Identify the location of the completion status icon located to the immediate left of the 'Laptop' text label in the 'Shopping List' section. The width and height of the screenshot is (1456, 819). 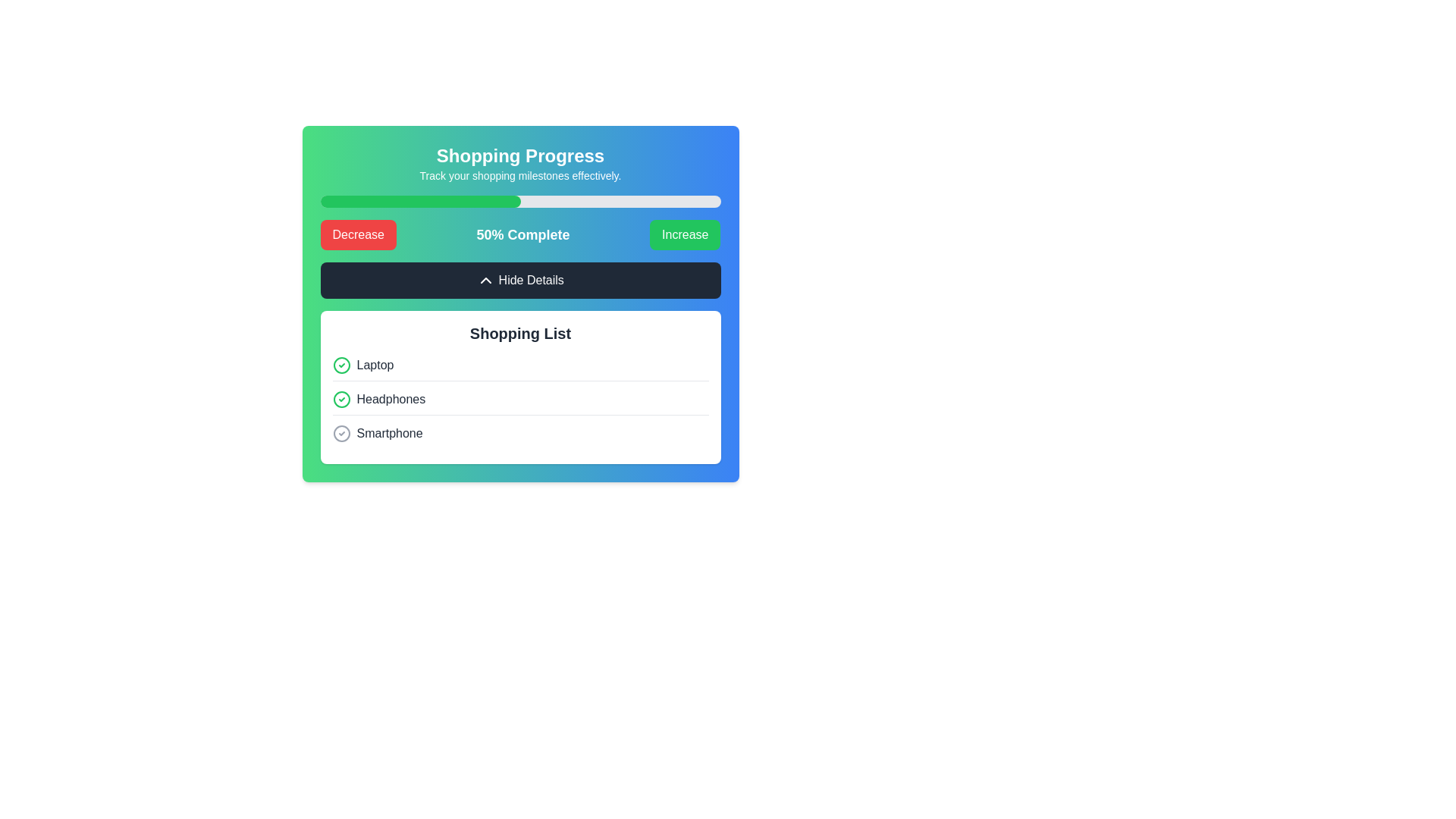
(340, 366).